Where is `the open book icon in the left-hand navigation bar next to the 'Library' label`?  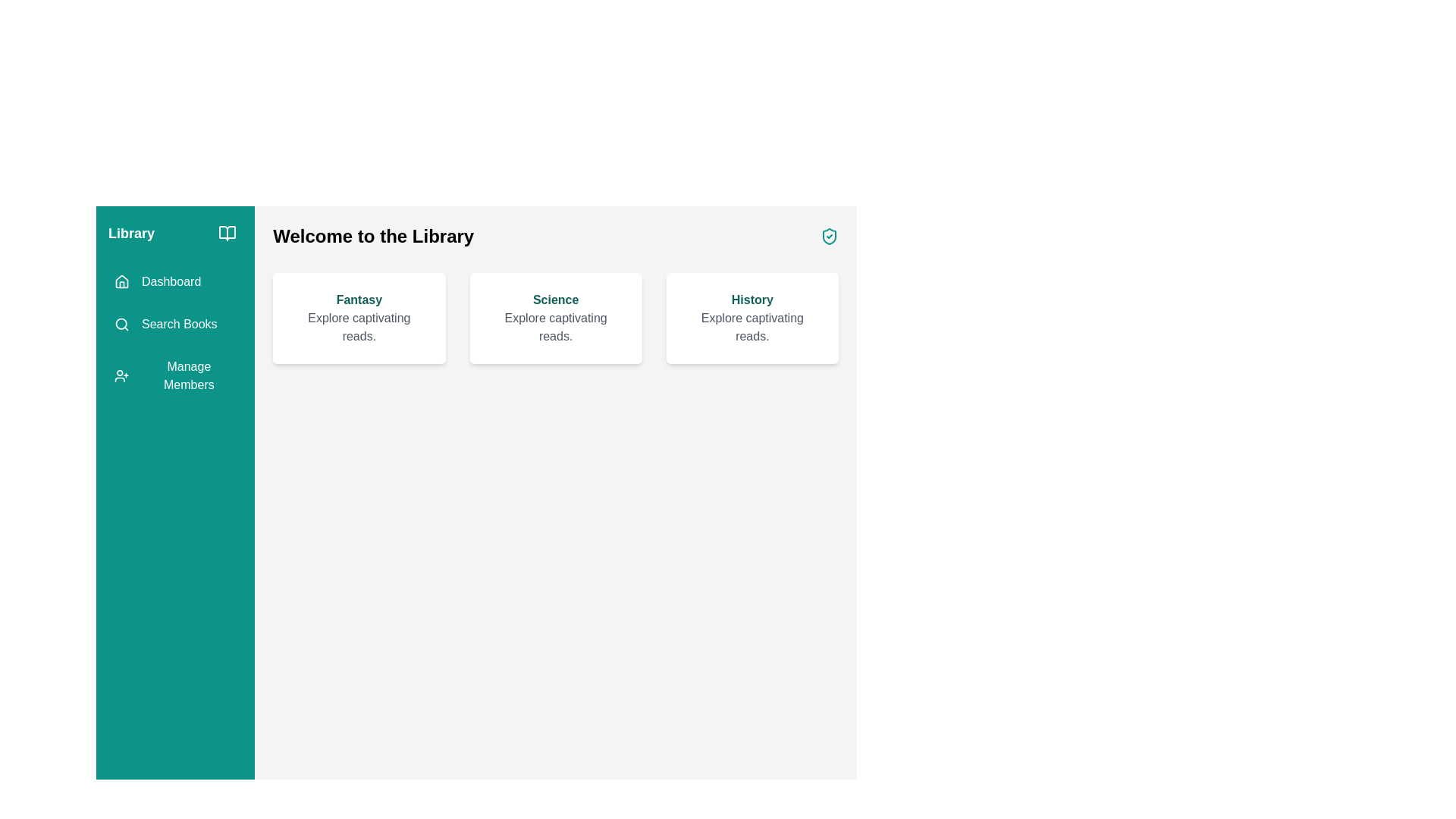
the open book icon in the left-hand navigation bar next to the 'Library' label is located at coordinates (227, 234).